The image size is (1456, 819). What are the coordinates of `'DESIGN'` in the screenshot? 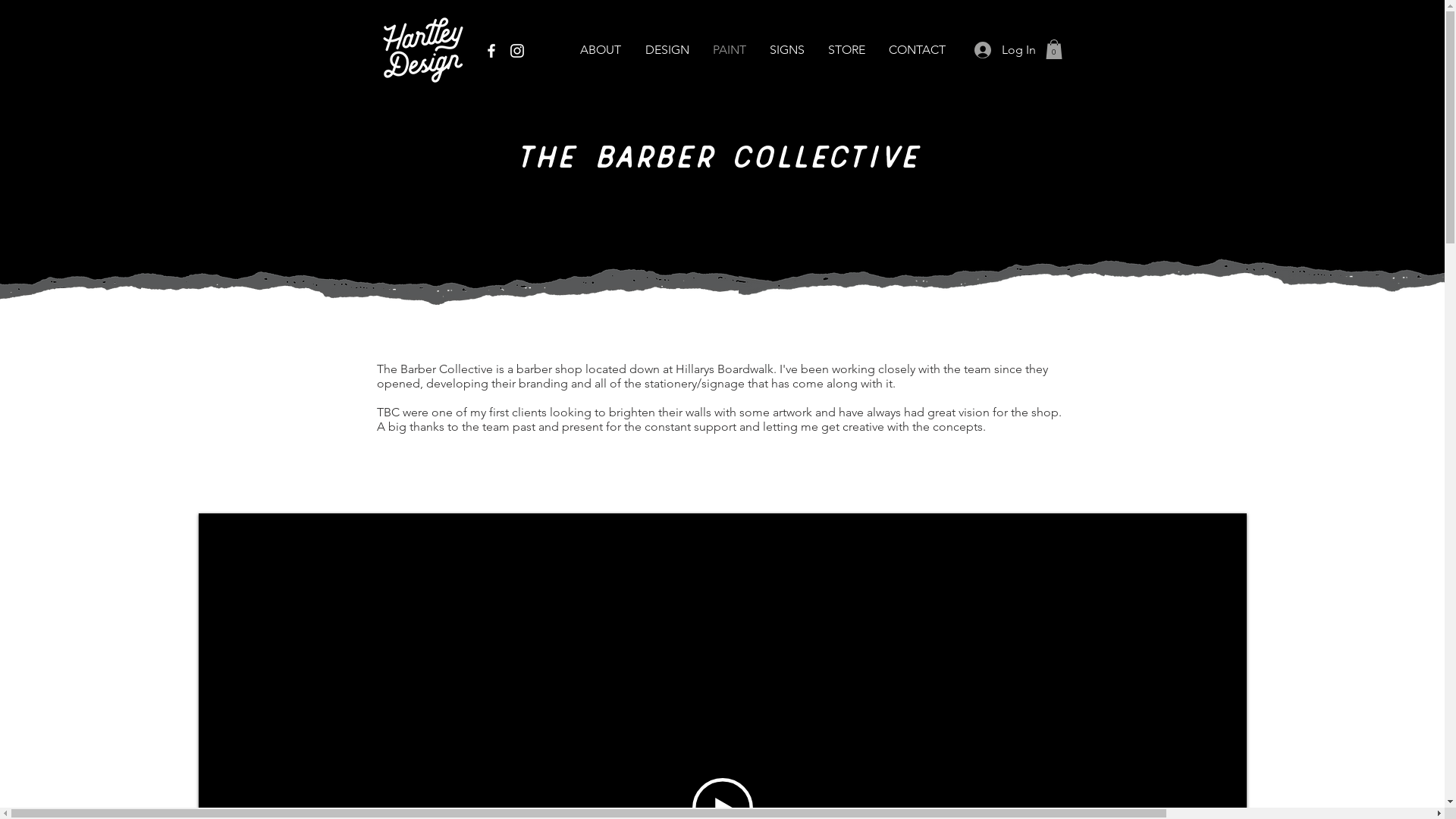 It's located at (666, 49).